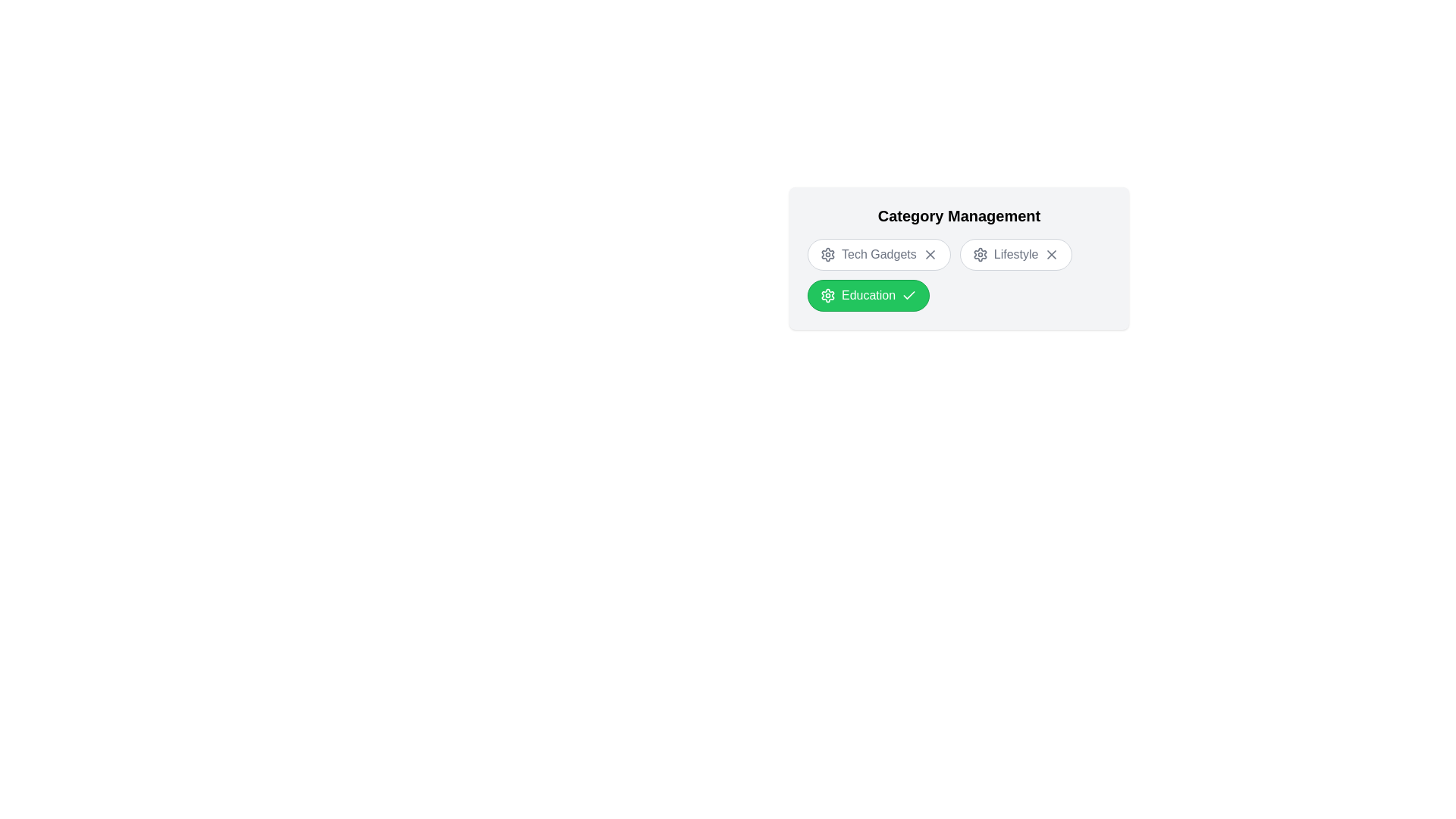 The width and height of the screenshot is (1456, 819). Describe the element at coordinates (879, 253) in the screenshot. I see `the Tech Gadgets chip to toggle its activation state` at that location.